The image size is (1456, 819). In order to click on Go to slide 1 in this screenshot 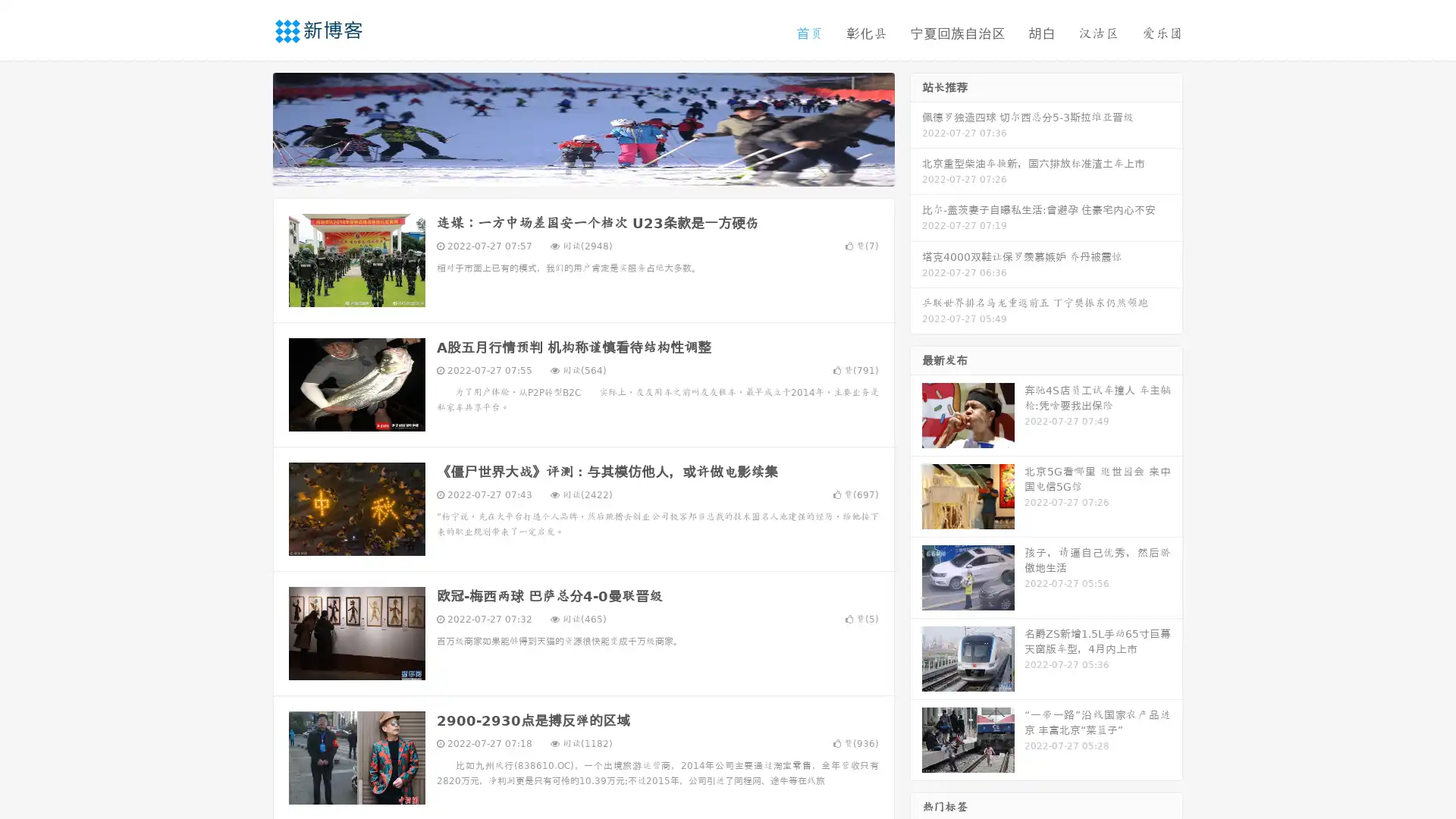, I will do `click(567, 171)`.